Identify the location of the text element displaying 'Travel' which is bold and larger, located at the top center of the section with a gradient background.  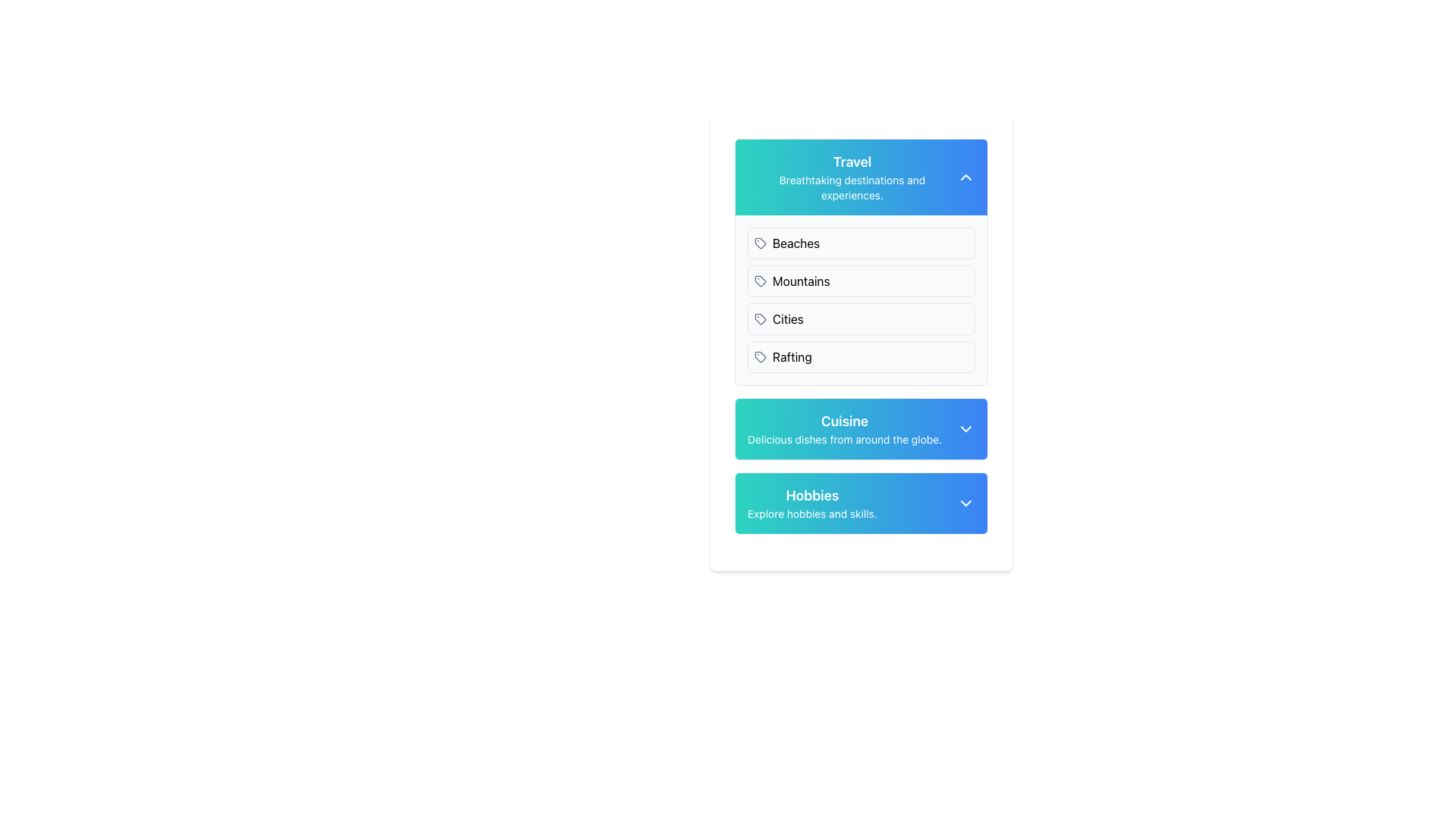
(852, 162).